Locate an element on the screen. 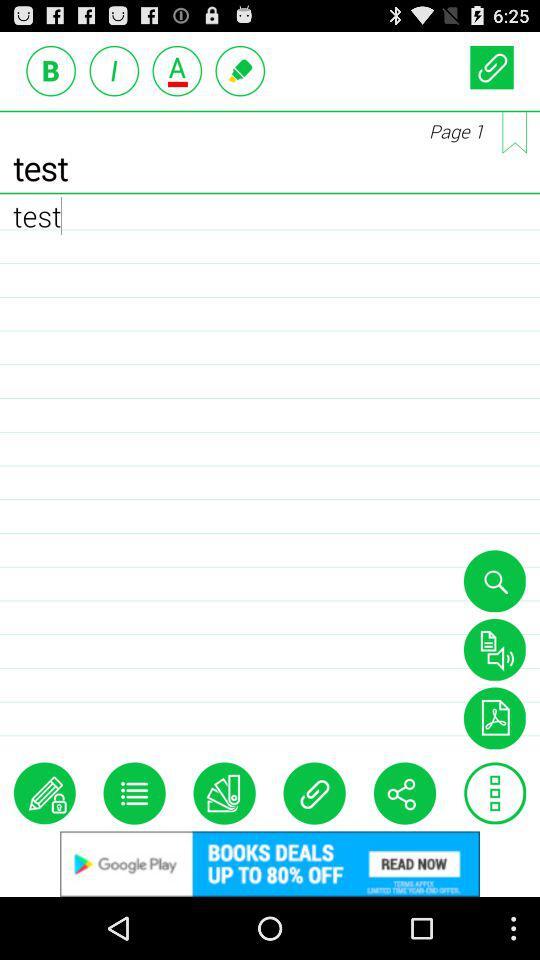  the search icon is located at coordinates (493, 620).